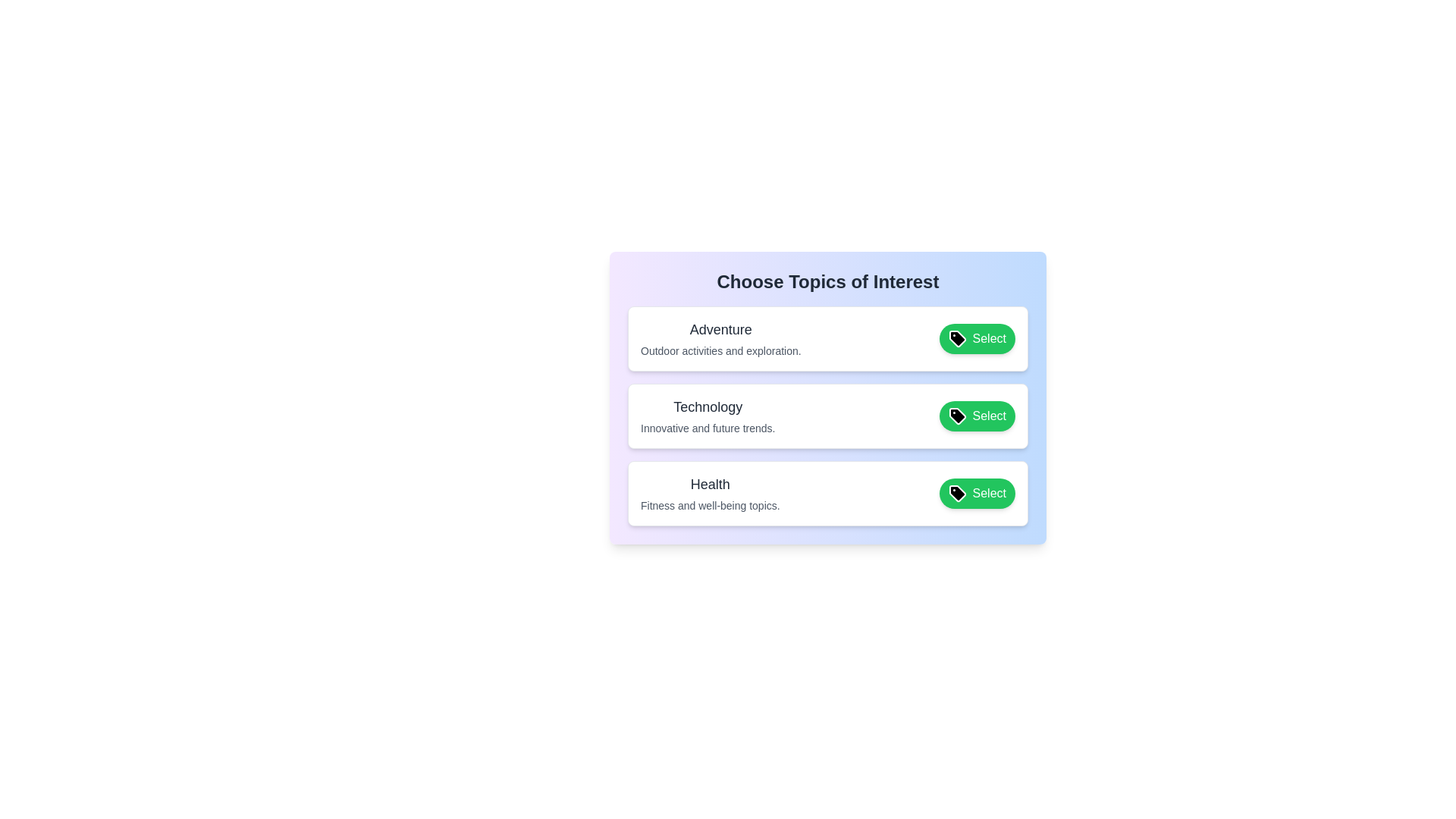 The image size is (1456, 819). I want to click on 'Select' button for the tag Adventure, so click(977, 338).